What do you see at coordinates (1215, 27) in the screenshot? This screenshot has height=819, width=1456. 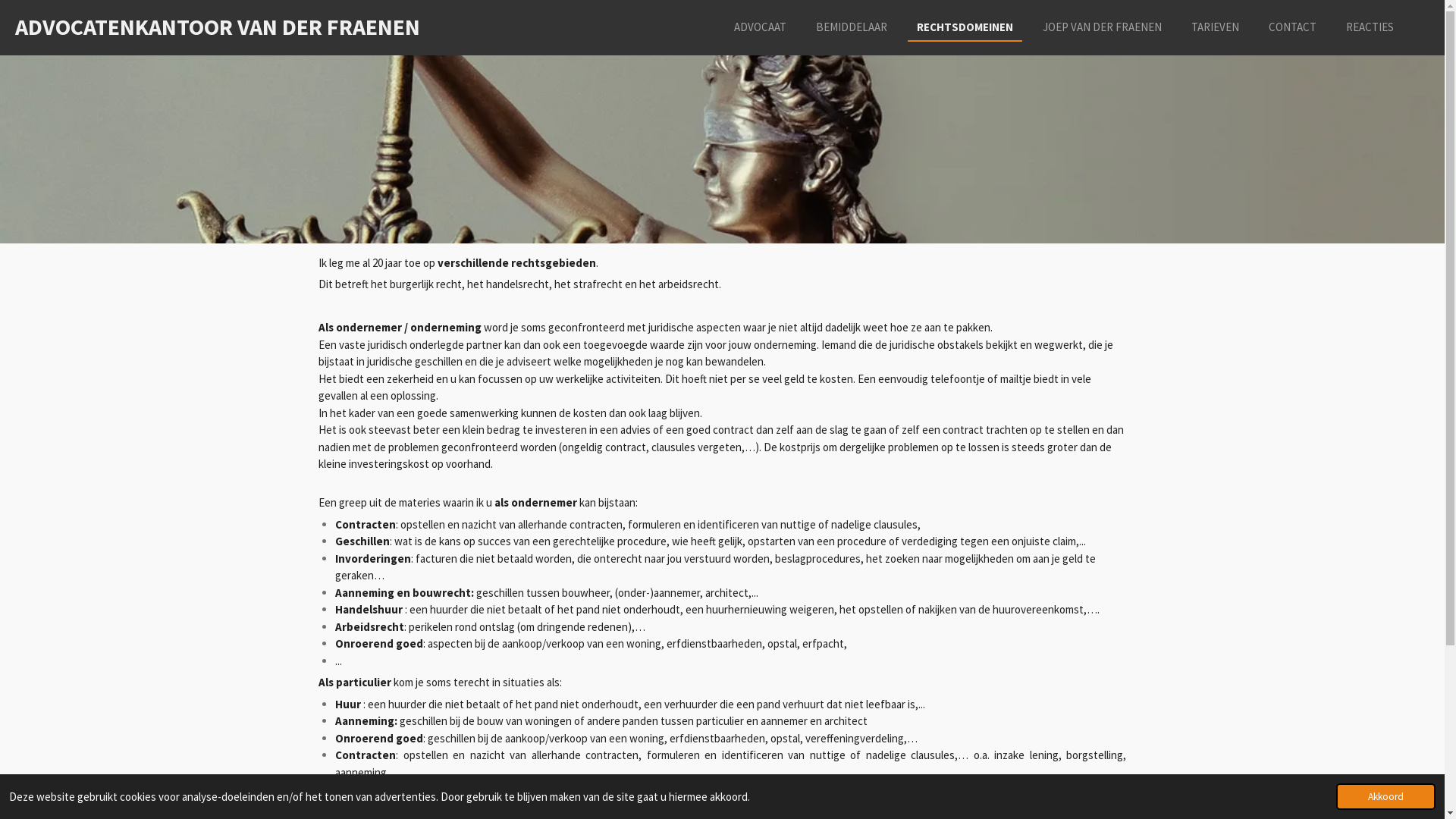 I see `'TARIEVEN'` at bounding box center [1215, 27].